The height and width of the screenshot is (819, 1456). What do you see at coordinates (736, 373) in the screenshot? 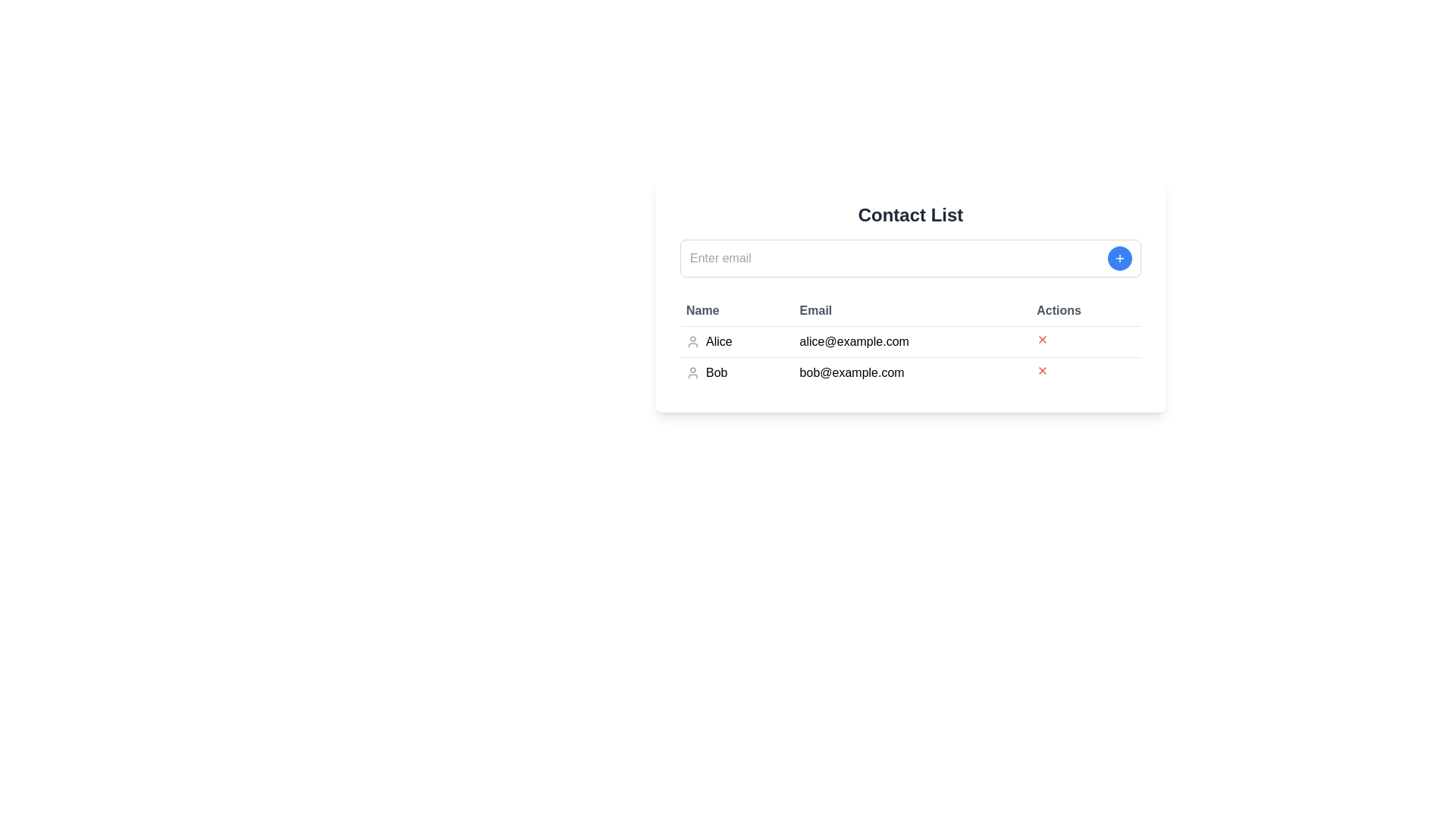
I see `the contact name 'Bob' located` at bounding box center [736, 373].